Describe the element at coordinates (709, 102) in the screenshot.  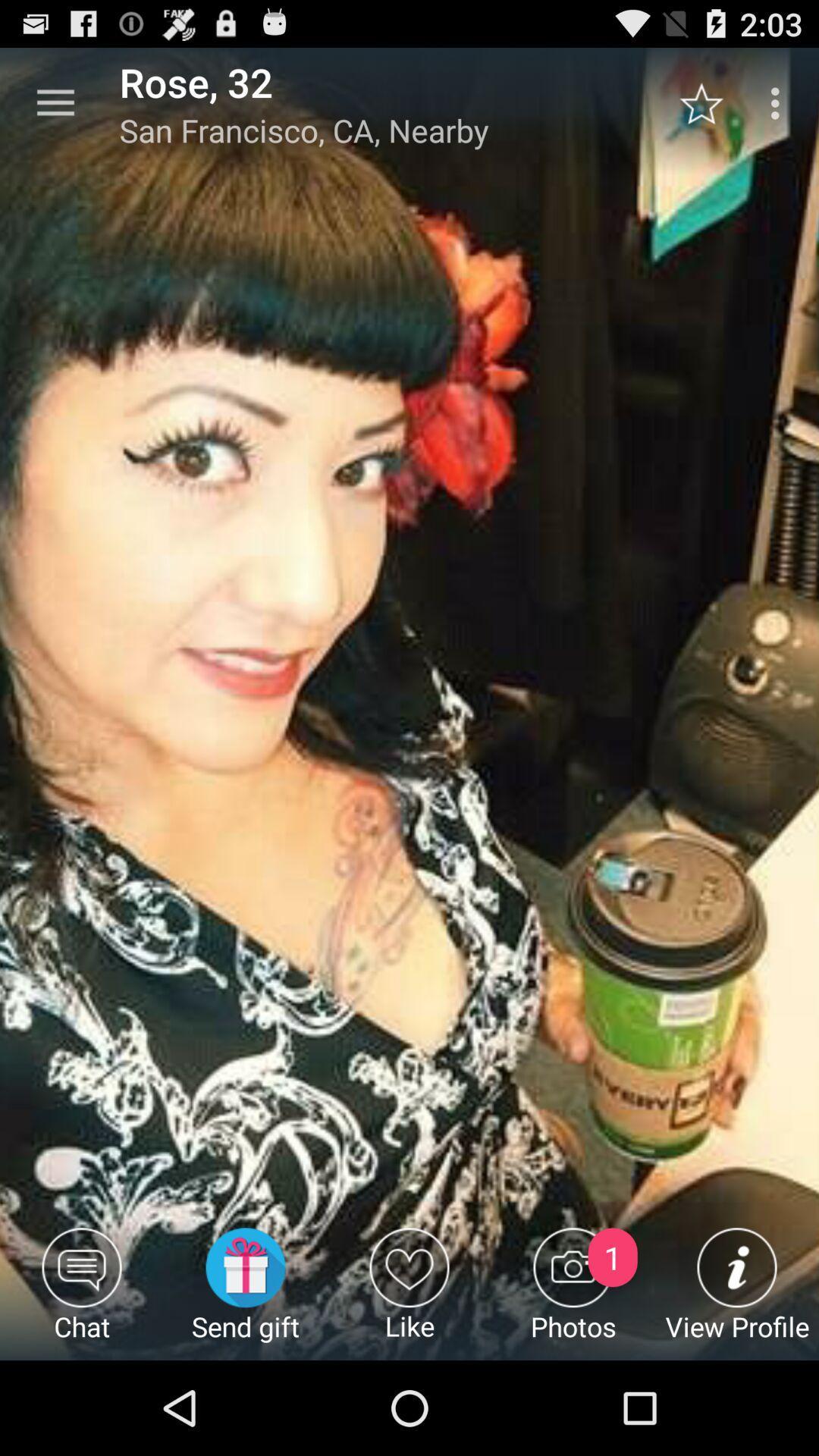
I see `the item above the view profile item` at that location.